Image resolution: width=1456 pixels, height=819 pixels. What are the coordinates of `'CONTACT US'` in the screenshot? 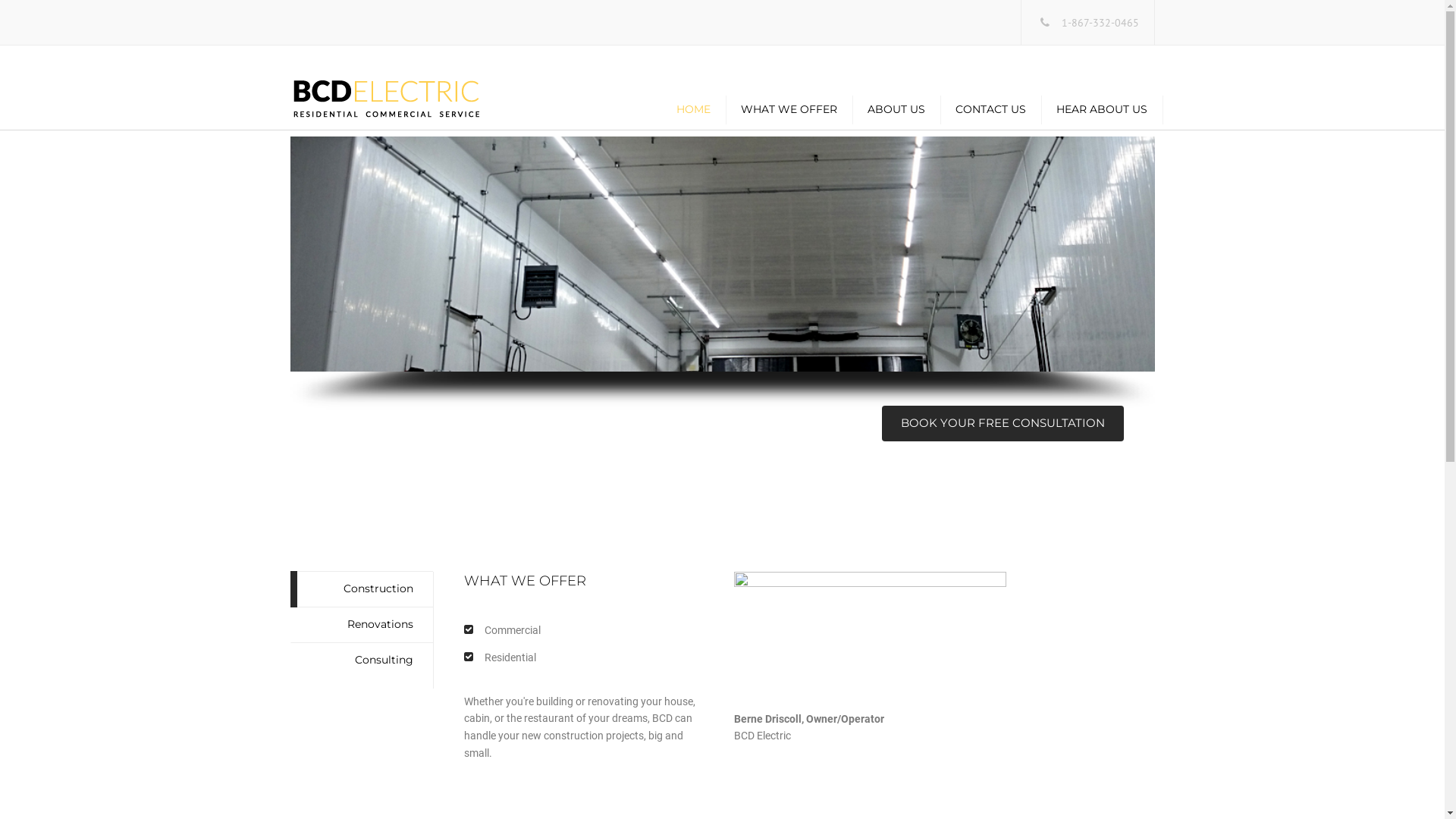 It's located at (990, 108).